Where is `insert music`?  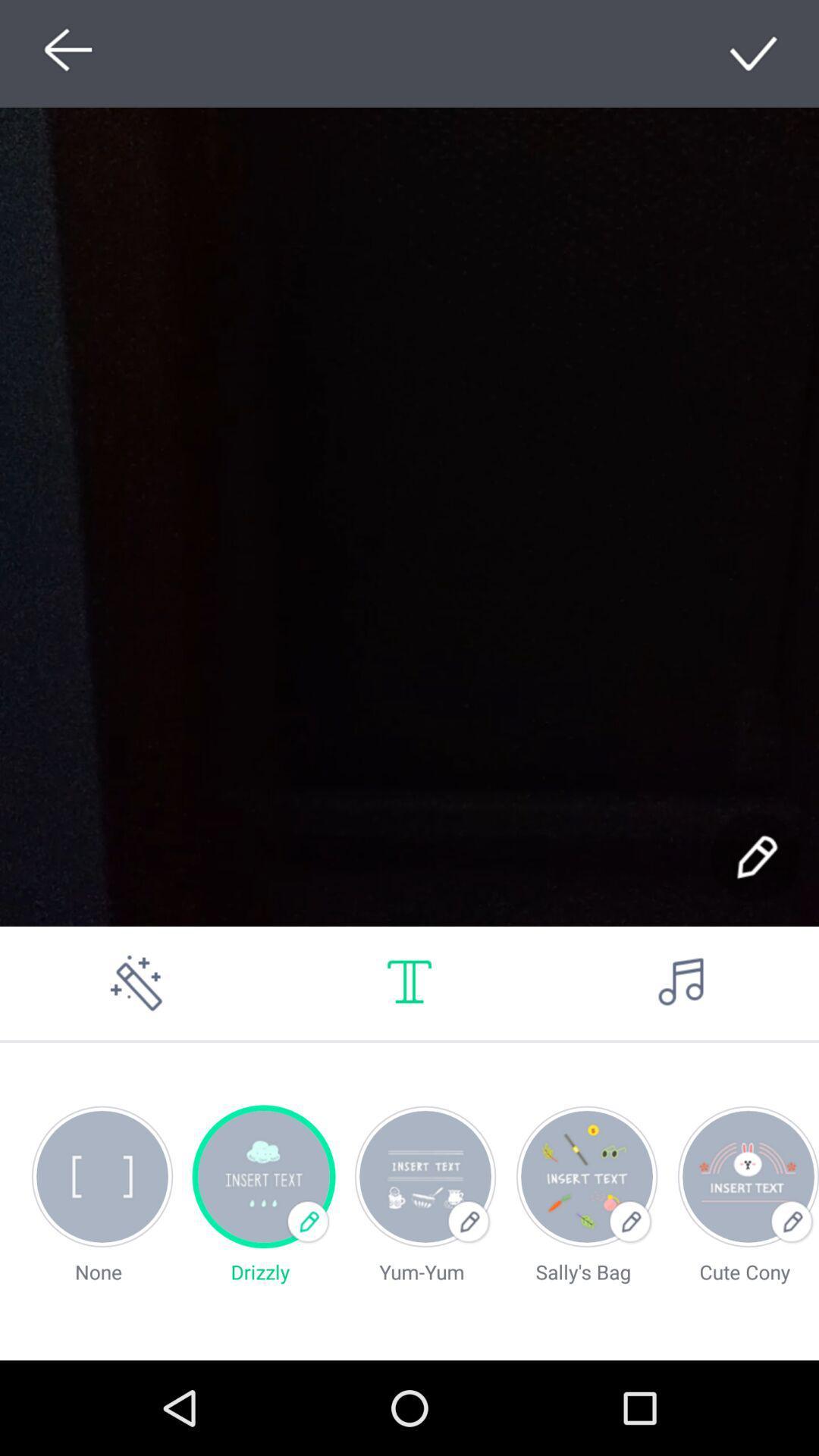 insert music is located at coordinates (681, 983).